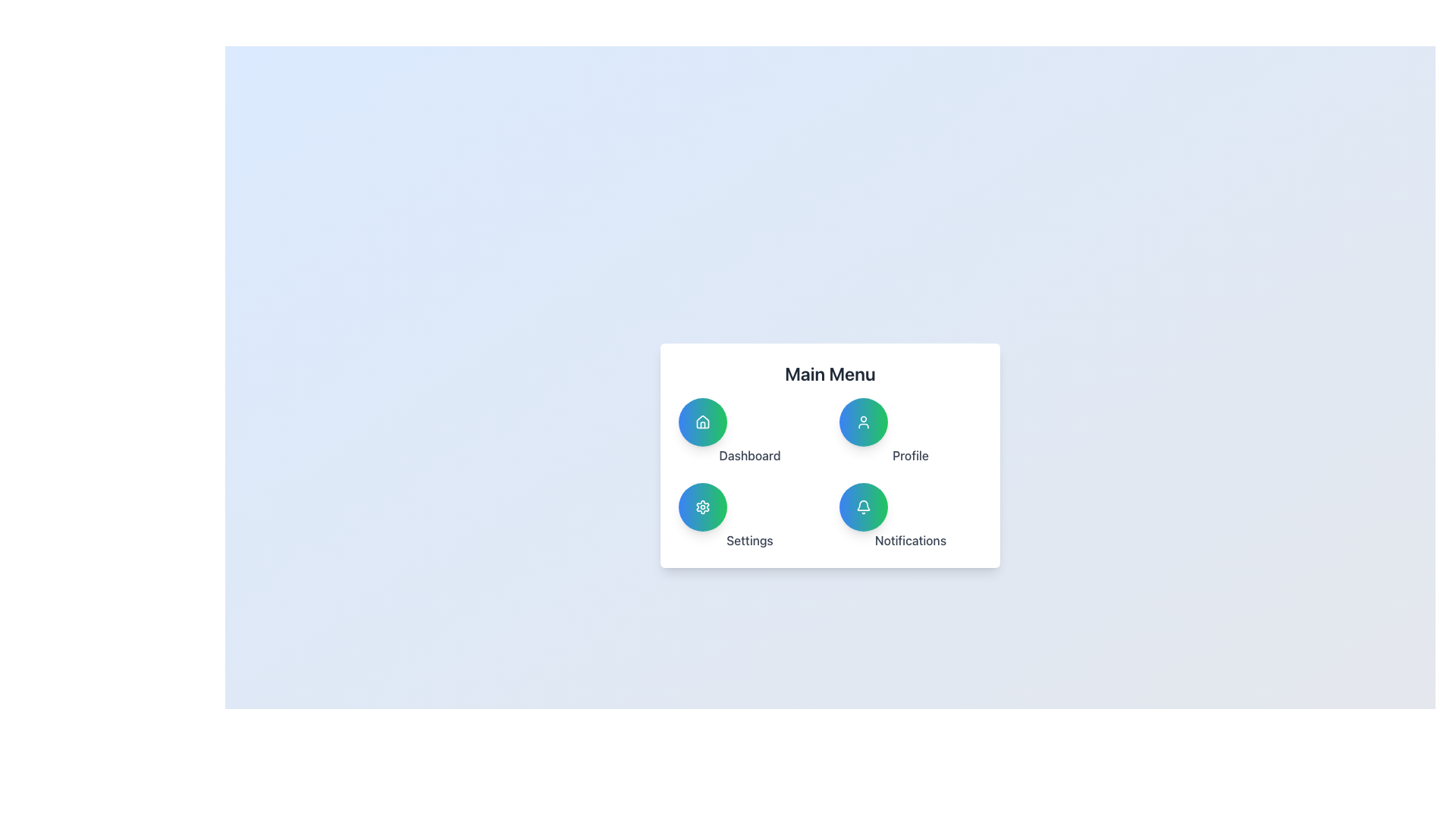 The width and height of the screenshot is (1456, 819). I want to click on the circular 'Dashboard' button which contains a house-shaped icon, so click(701, 422).